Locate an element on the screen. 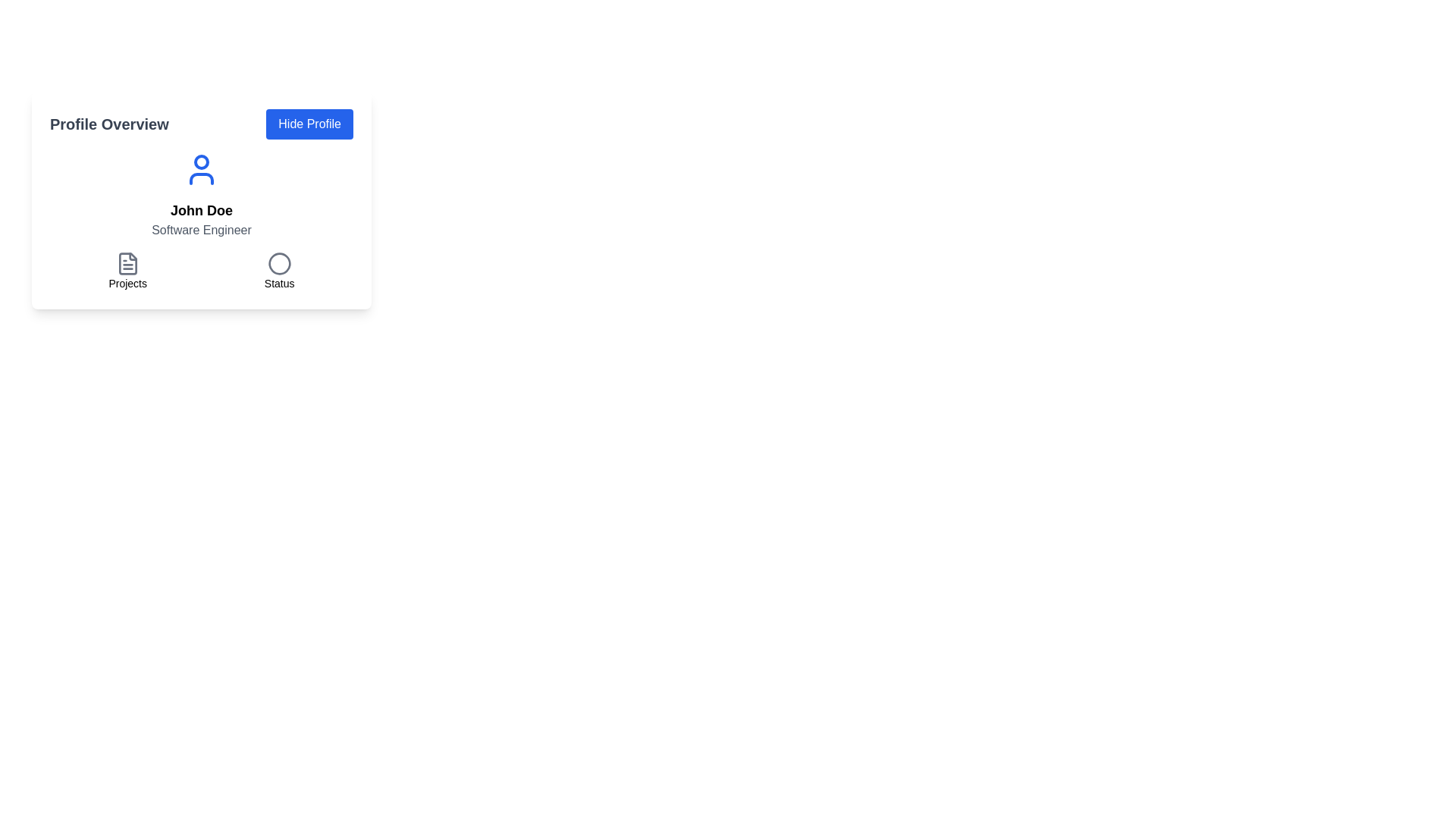  the circular icon above the text 'Status' in the 'Profile Overview' card is located at coordinates (279, 271).